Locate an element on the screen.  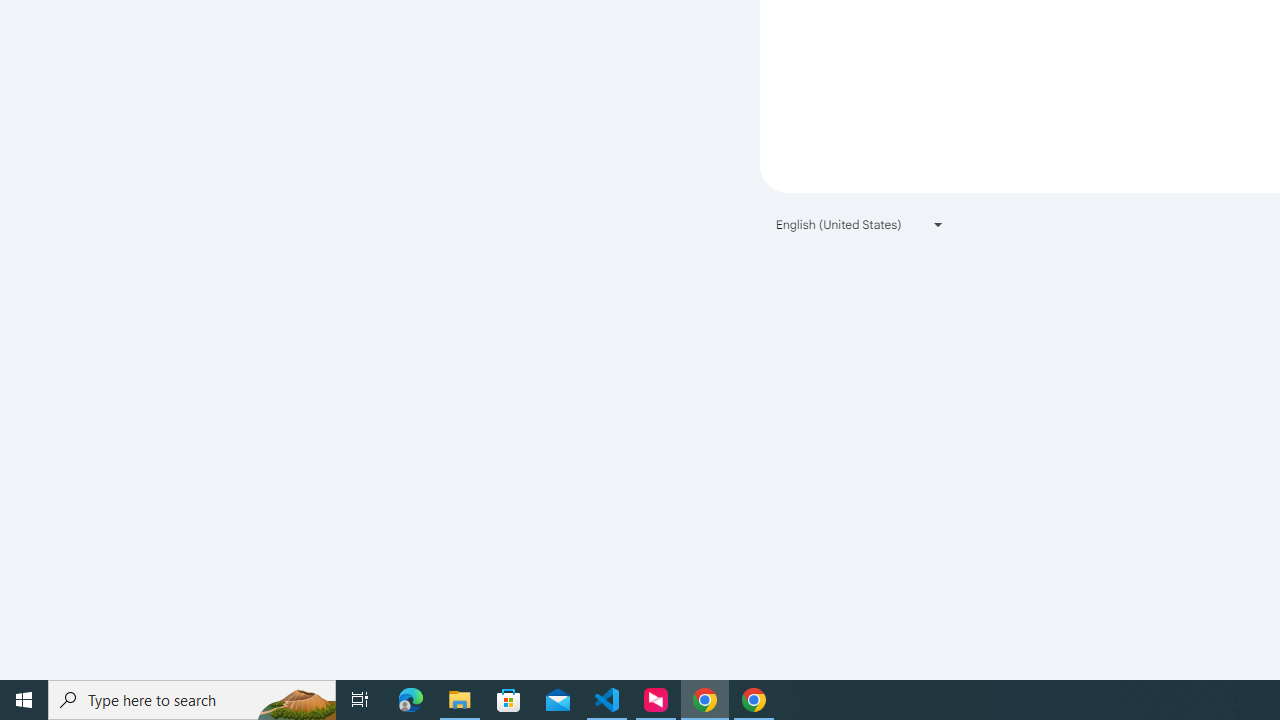
'English (United States)' is located at coordinates (860, 224).